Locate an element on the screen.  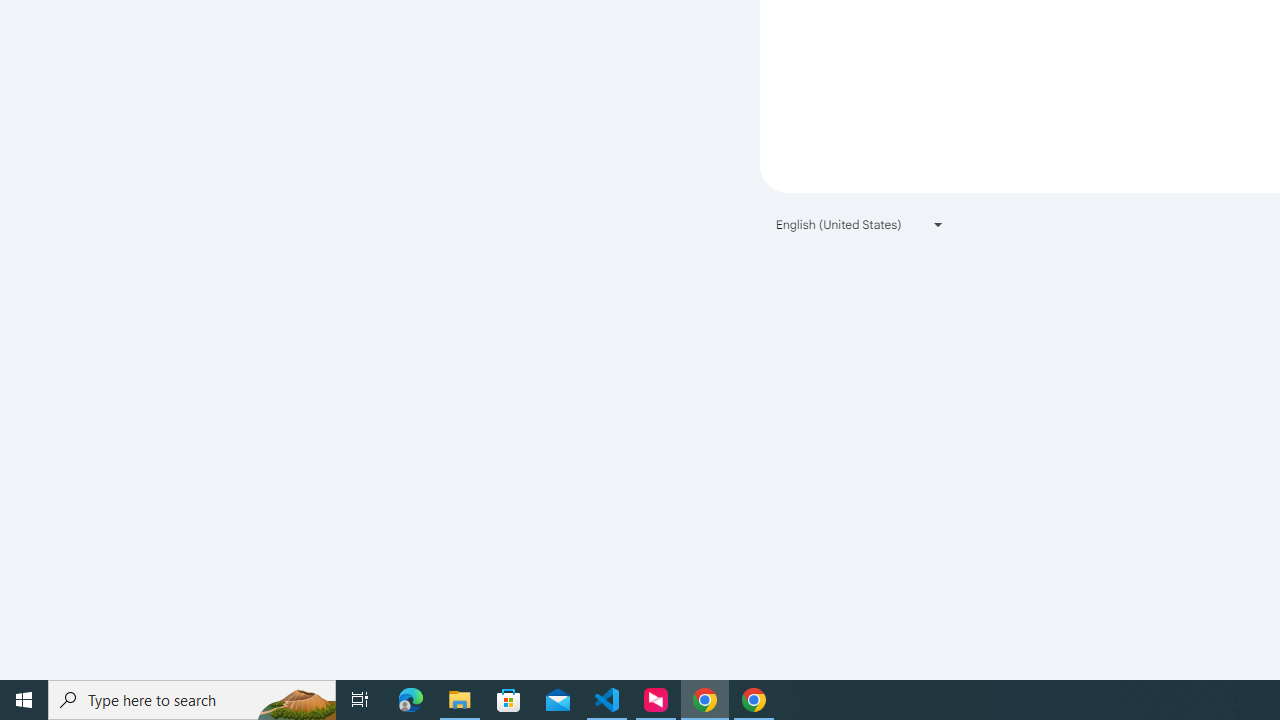
'English (United States)' is located at coordinates (860, 224).